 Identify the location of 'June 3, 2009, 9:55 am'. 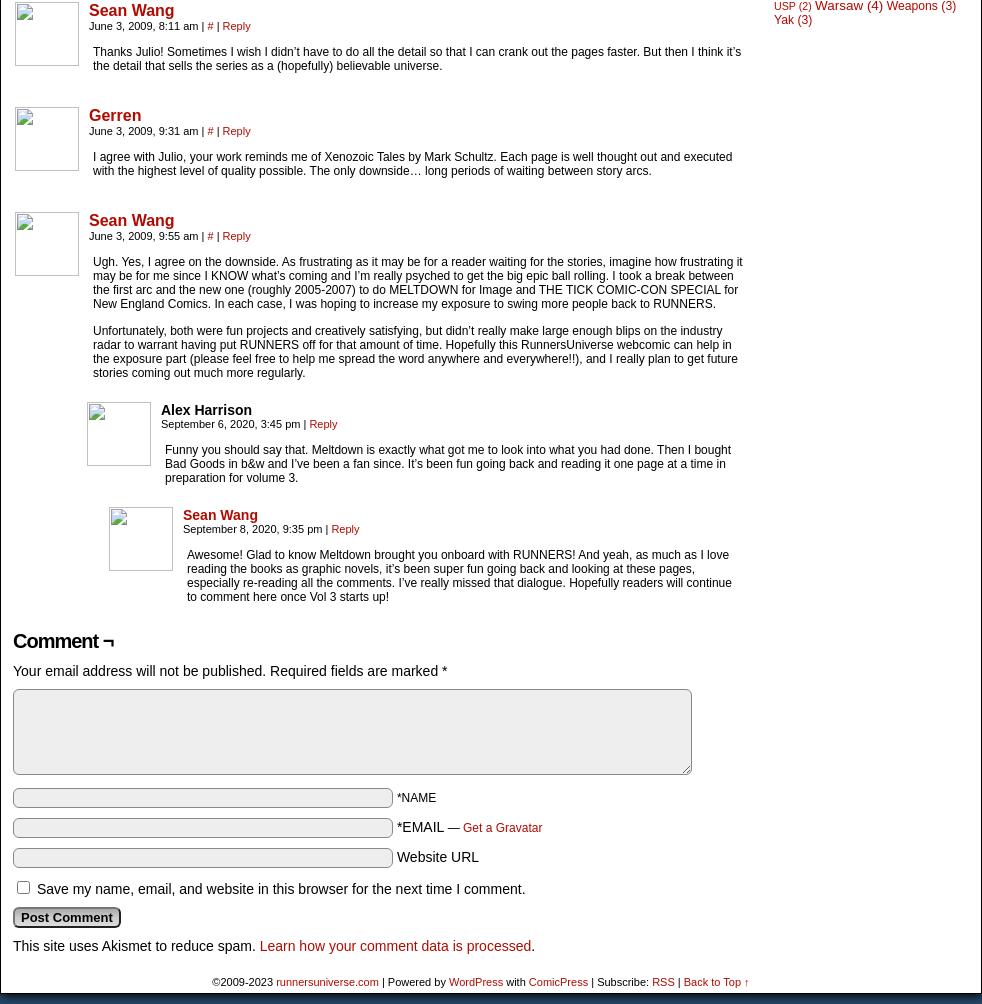
(144, 234).